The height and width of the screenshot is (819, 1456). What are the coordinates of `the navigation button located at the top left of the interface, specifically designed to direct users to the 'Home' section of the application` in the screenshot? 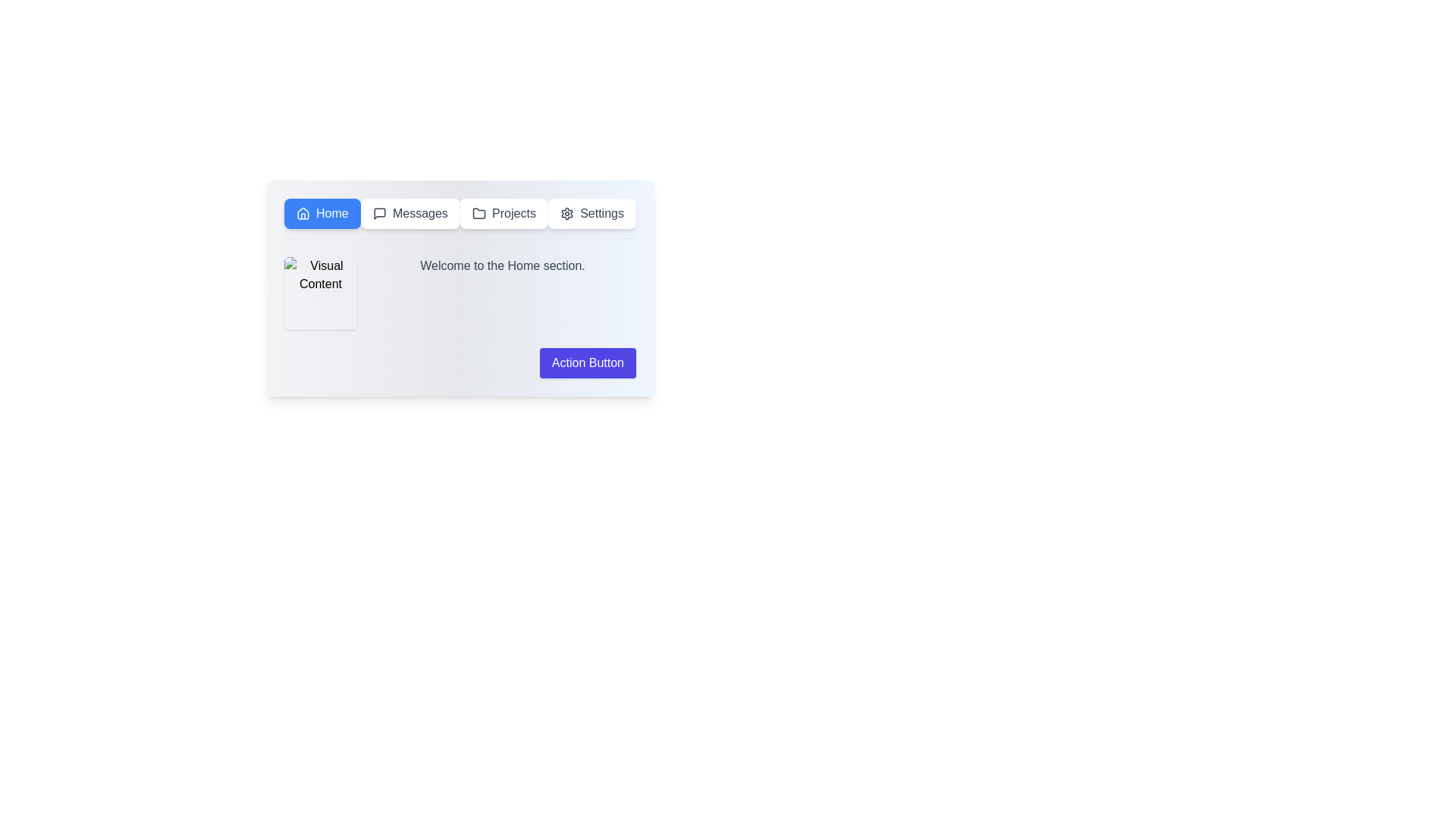 It's located at (322, 213).